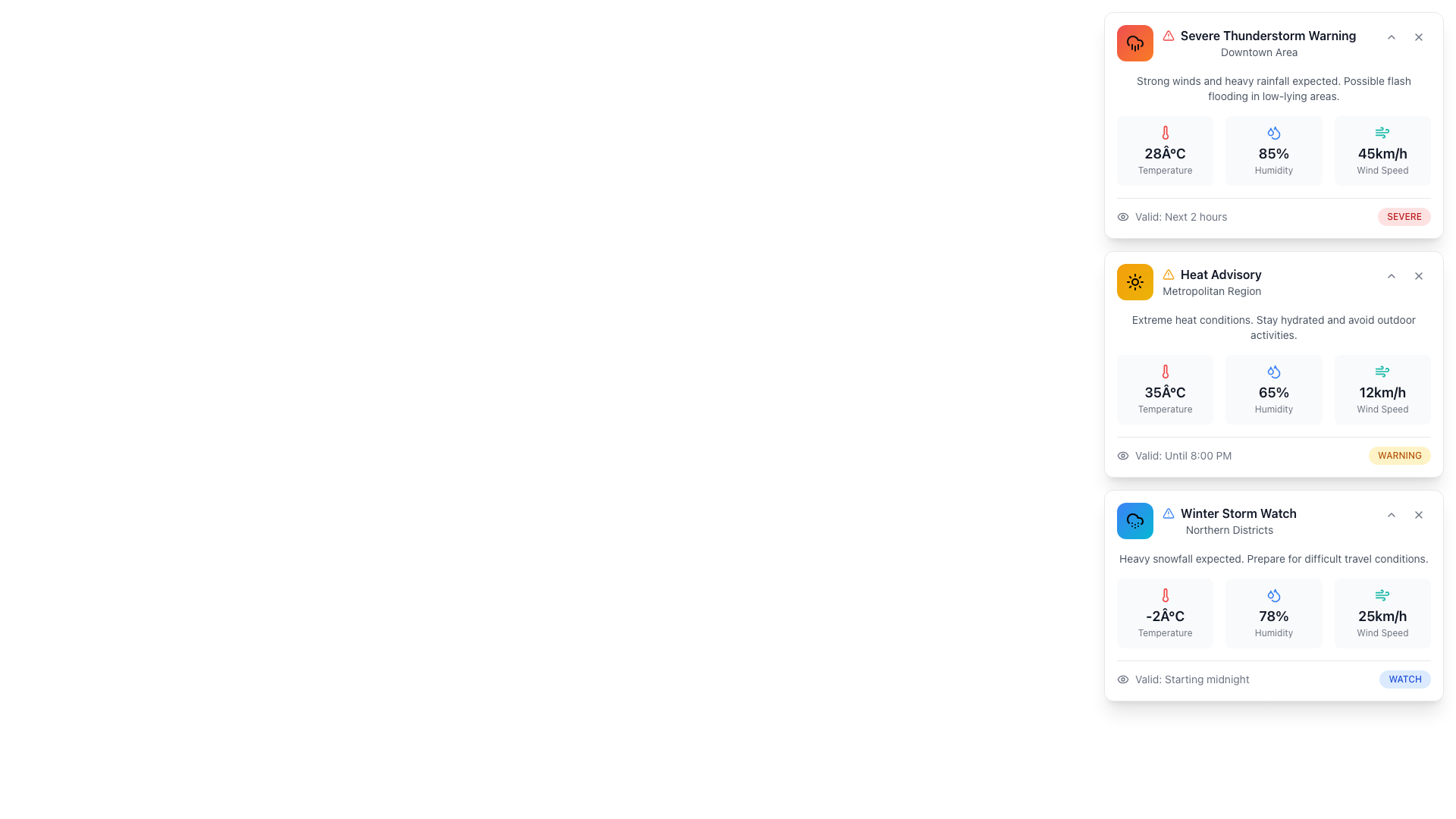  I want to click on temperature value displayed in the text label located in the second weather-related card, positioned beneath the thermometer icon and above the 'Temperature' label, so click(1164, 391).